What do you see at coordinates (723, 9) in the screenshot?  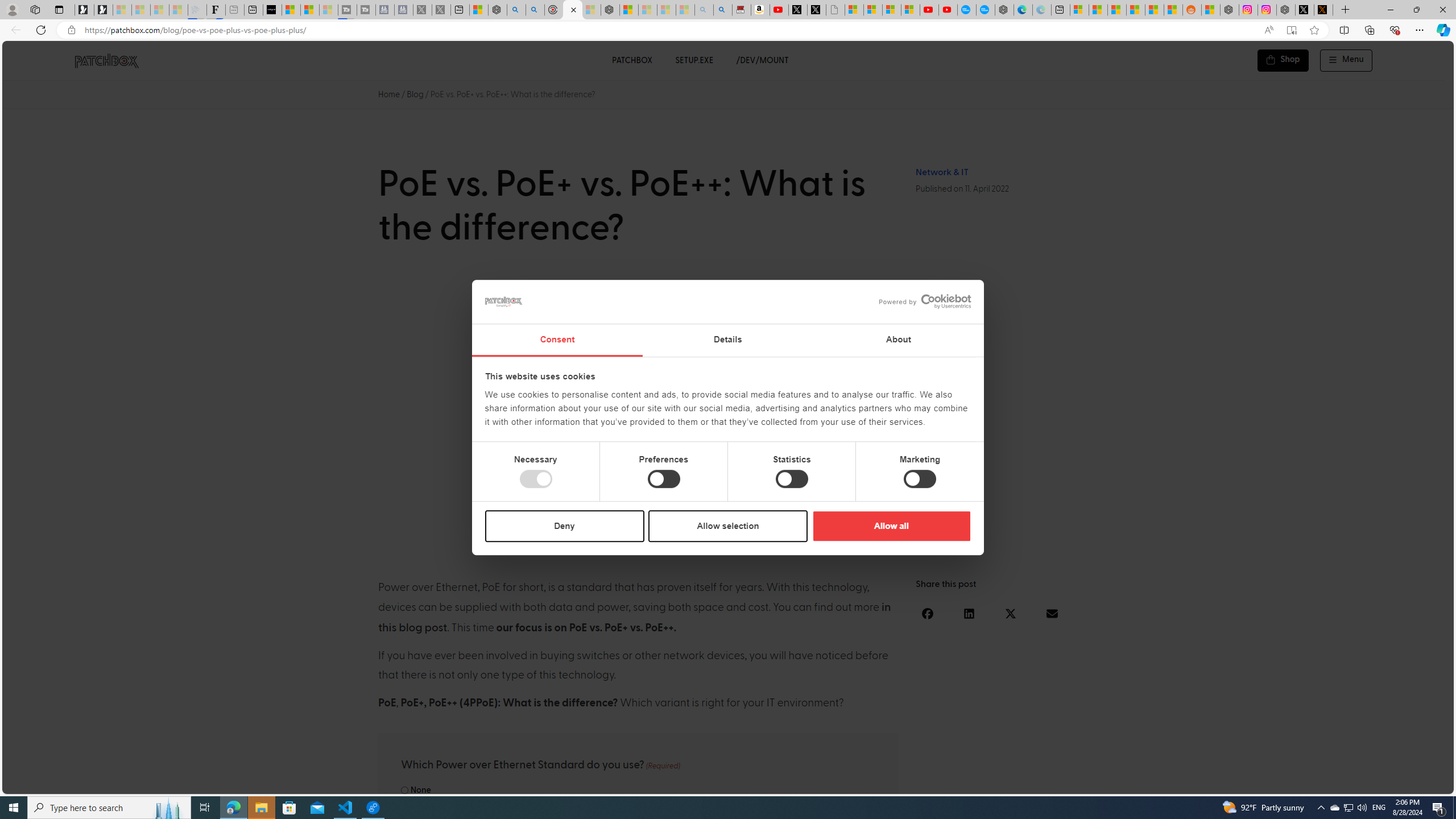 I see `'Amazon Echo Dot PNG - Search Images'` at bounding box center [723, 9].